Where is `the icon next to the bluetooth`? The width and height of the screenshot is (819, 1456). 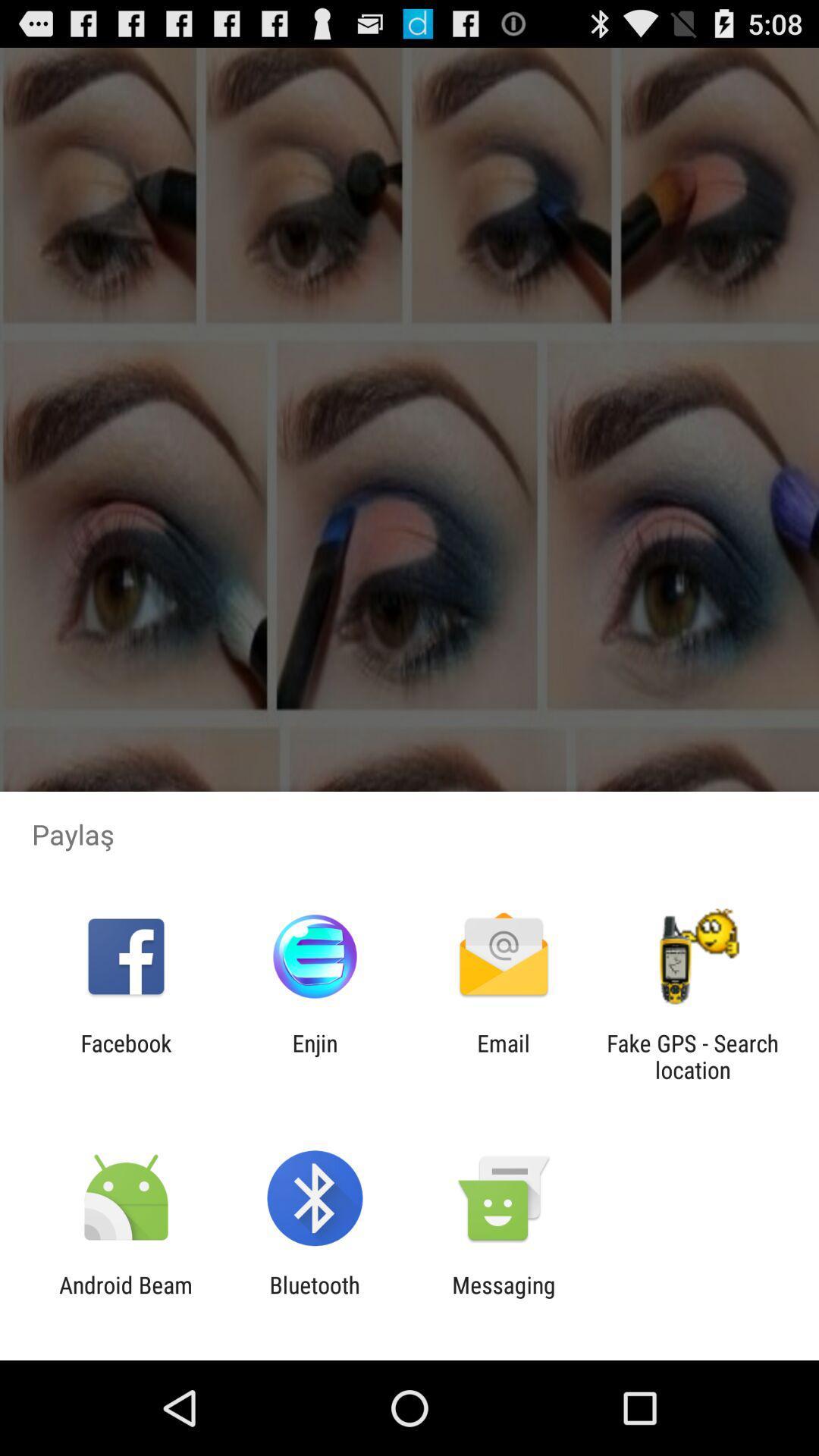 the icon next to the bluetooth is located at coordinates (504, 1298).